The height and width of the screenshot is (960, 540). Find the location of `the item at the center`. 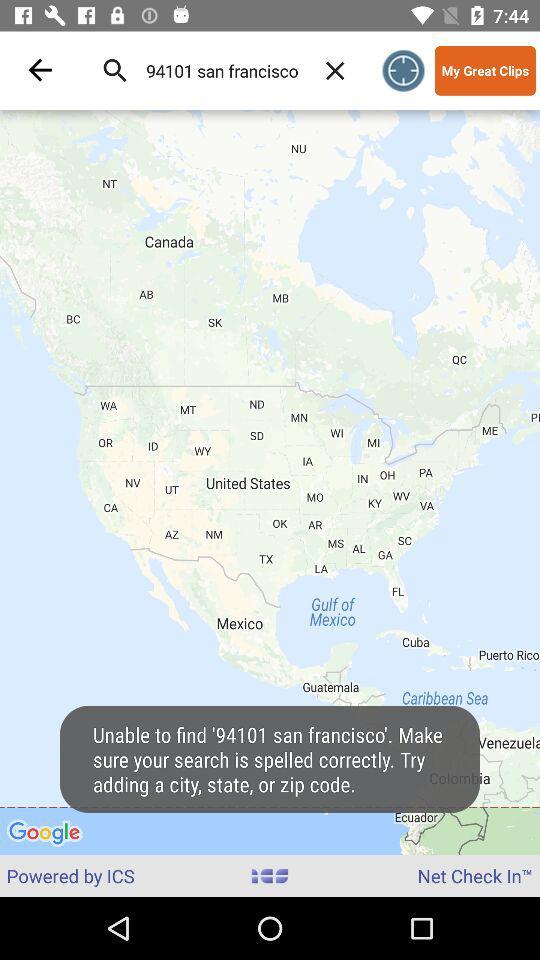

the item at the center is located at coordinates (270, 481).